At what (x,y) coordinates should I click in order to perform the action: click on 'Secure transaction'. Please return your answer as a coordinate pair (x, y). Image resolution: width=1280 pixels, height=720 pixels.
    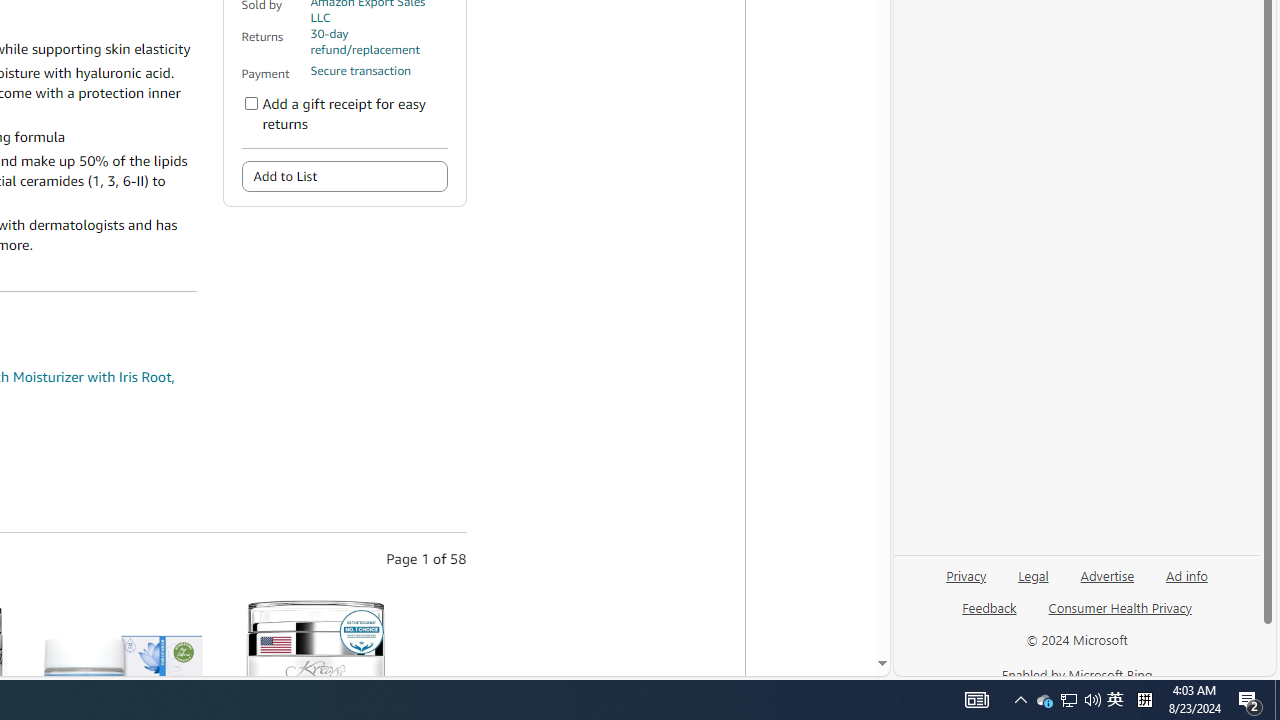
    Looking at the image, I should click on (360, 70).